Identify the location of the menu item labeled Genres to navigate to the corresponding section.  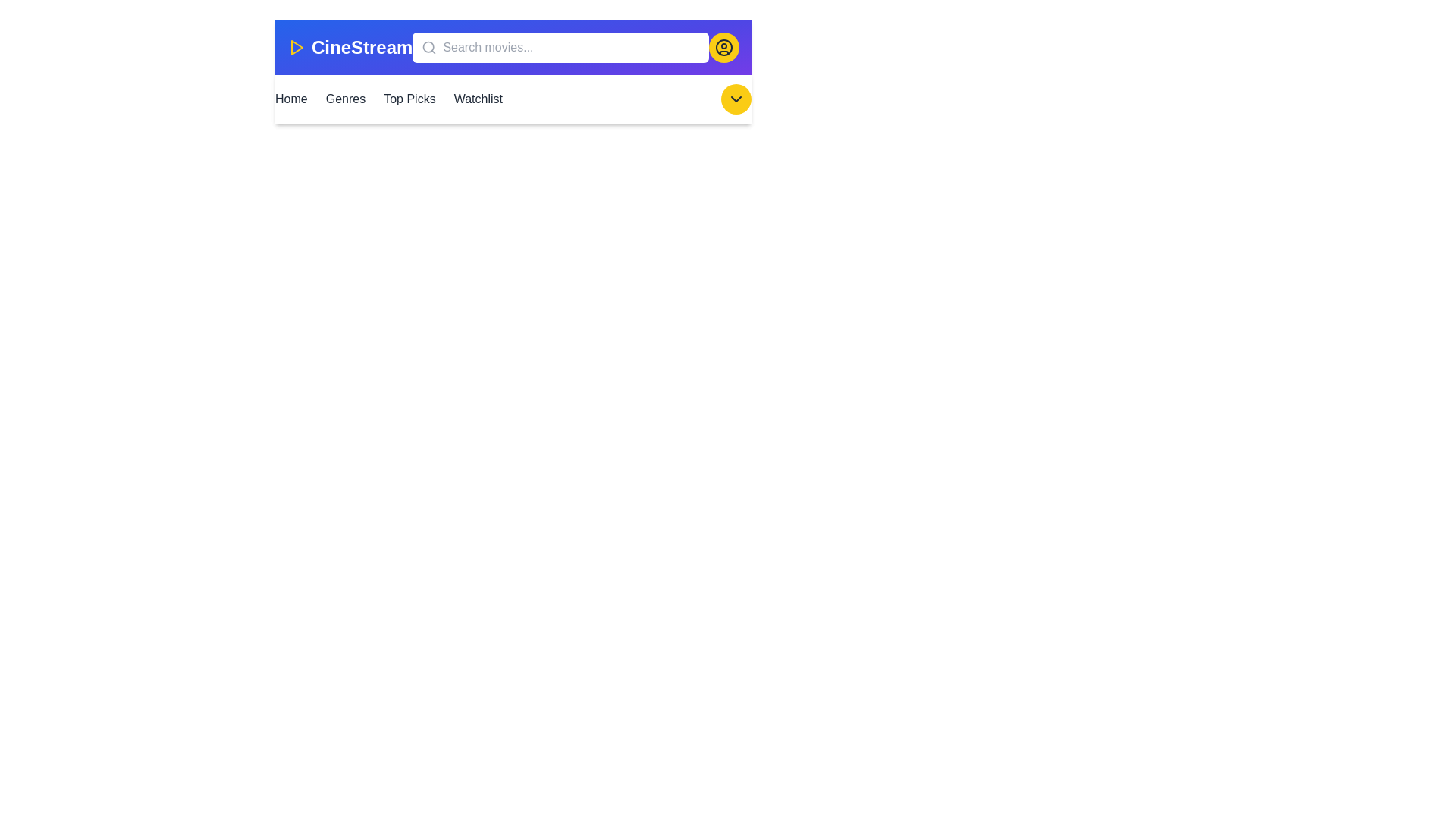
(344, 99).